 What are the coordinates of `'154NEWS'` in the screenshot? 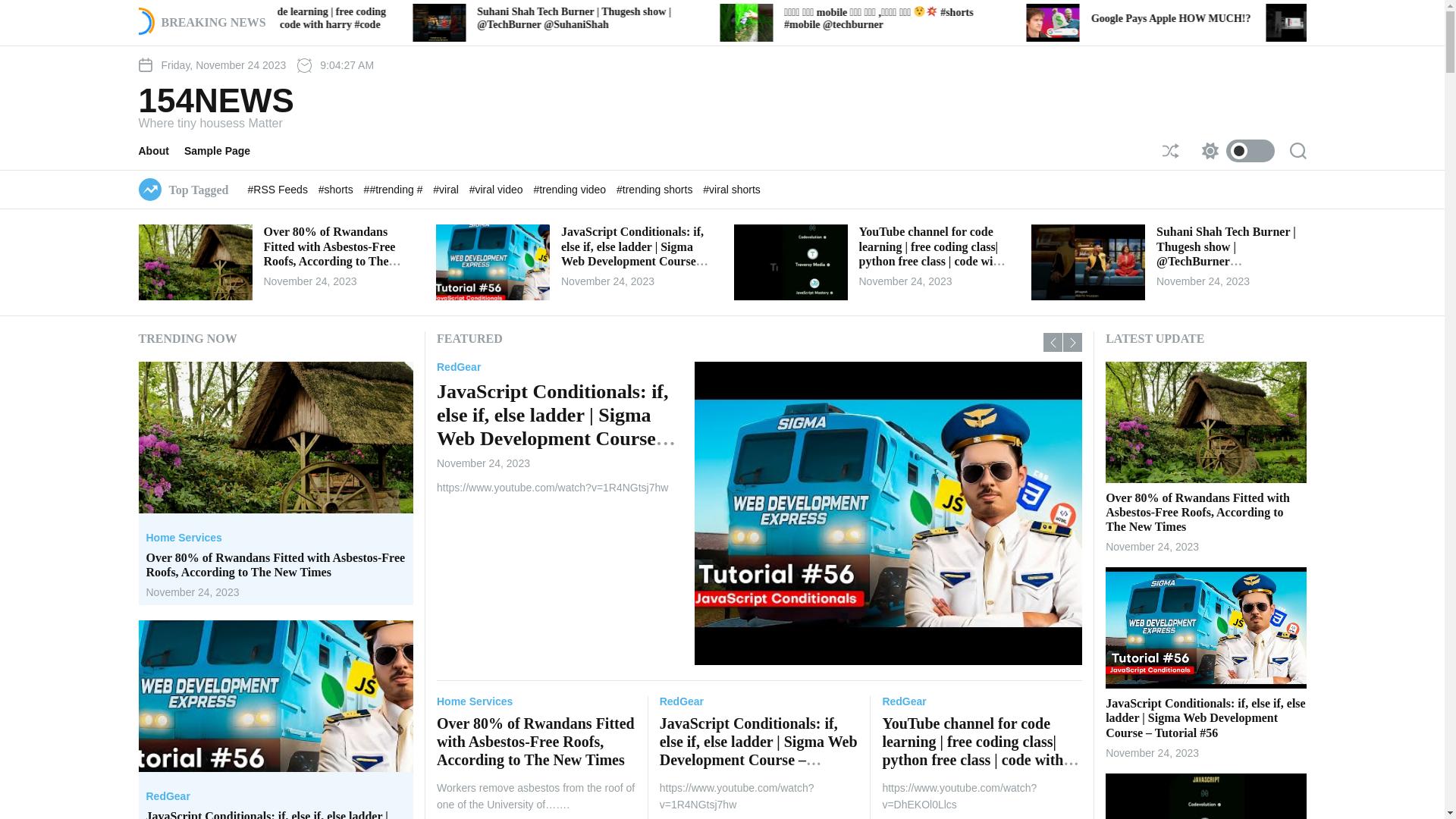 It's located at (138, 100).